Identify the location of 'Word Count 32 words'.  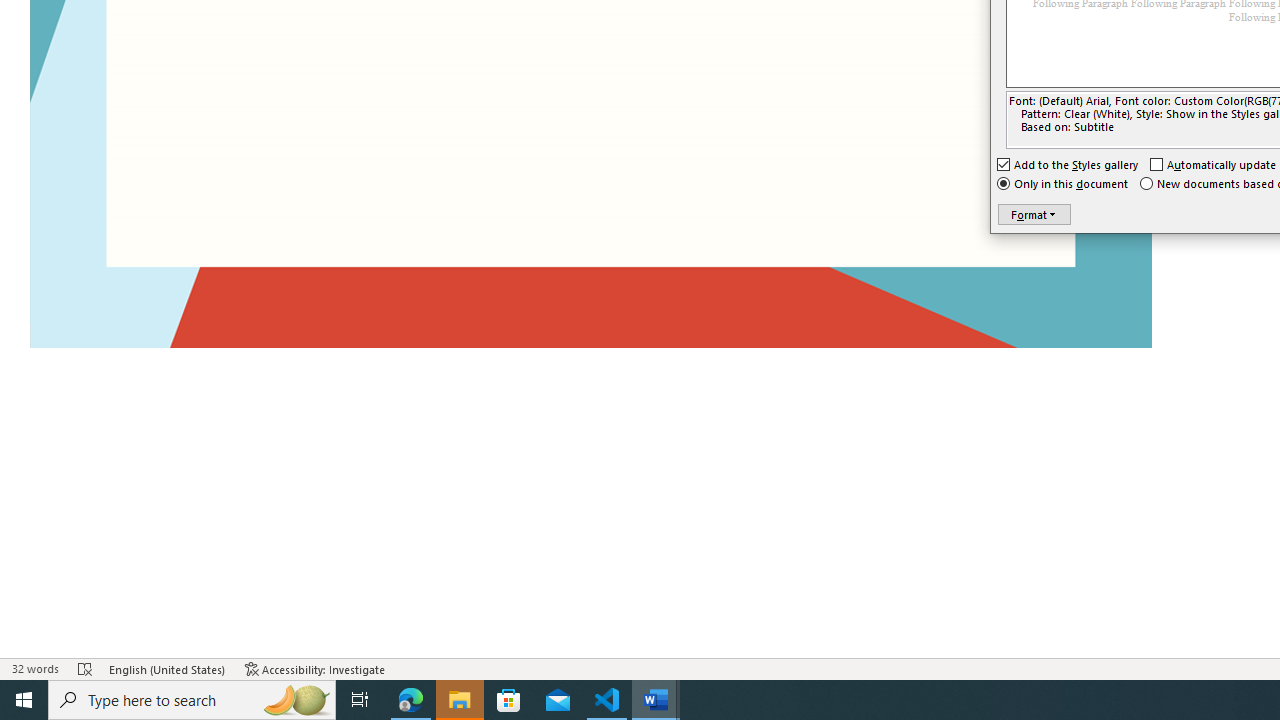
(35, 669).